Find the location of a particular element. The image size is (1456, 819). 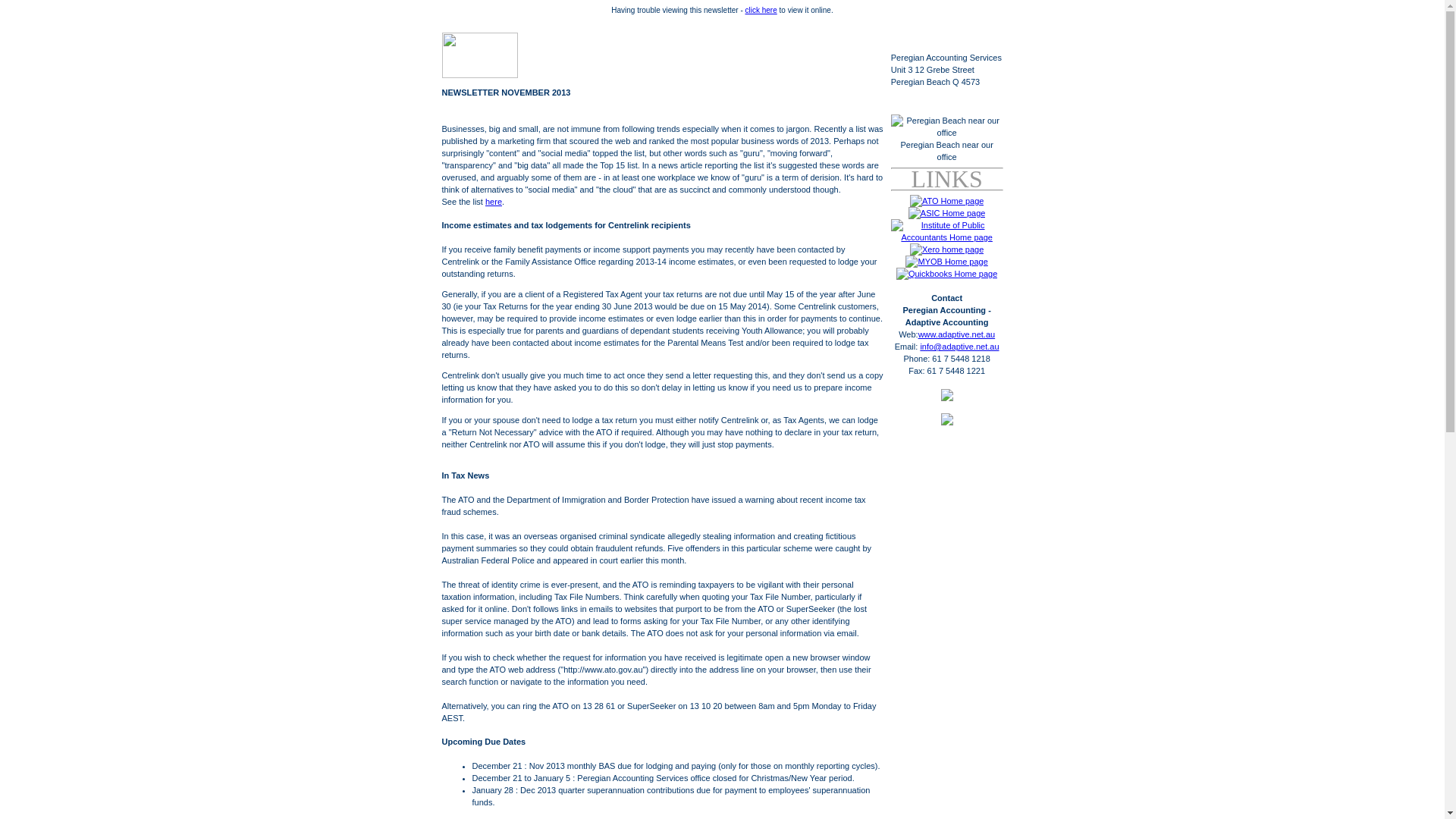

'info@adaptive.net.au' is located at coordinates (919, 346).